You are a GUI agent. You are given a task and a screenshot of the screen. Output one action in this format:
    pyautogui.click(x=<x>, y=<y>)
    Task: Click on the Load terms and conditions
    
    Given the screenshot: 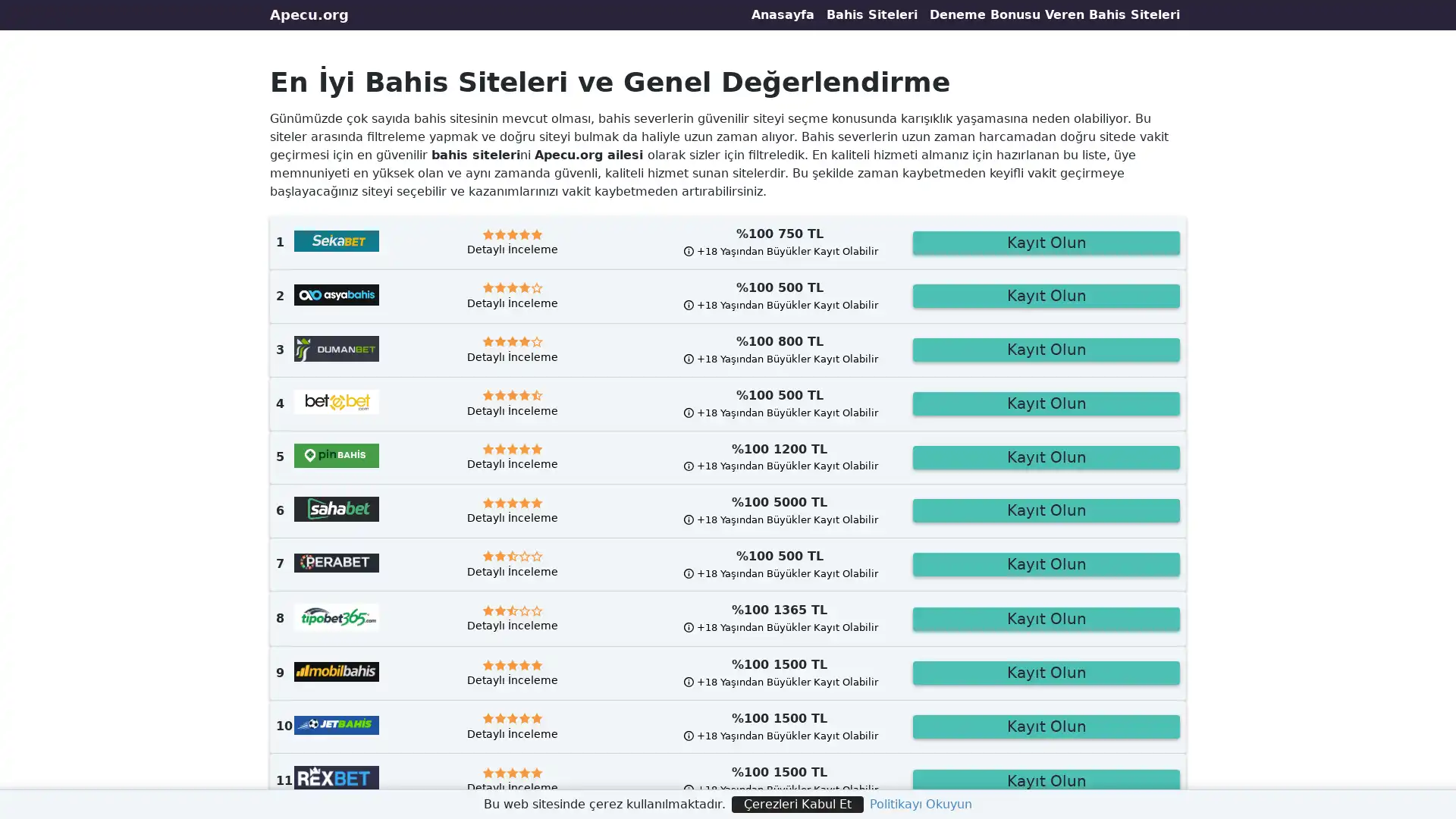 What is the action you would take?
    pyautogui.click(x=779, y=789)
    